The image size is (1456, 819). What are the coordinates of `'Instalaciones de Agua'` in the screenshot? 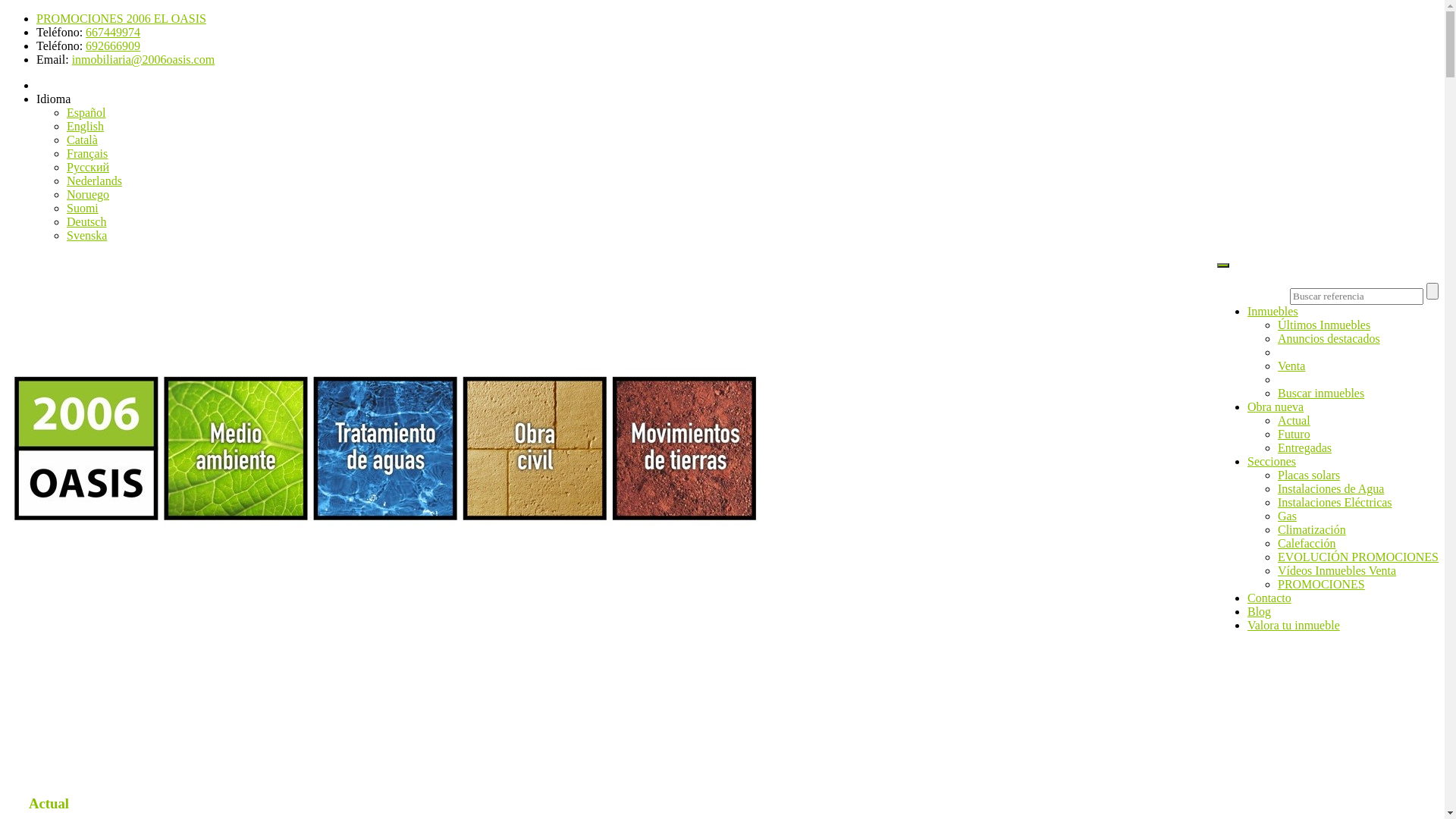 It's located at (1276, 488).